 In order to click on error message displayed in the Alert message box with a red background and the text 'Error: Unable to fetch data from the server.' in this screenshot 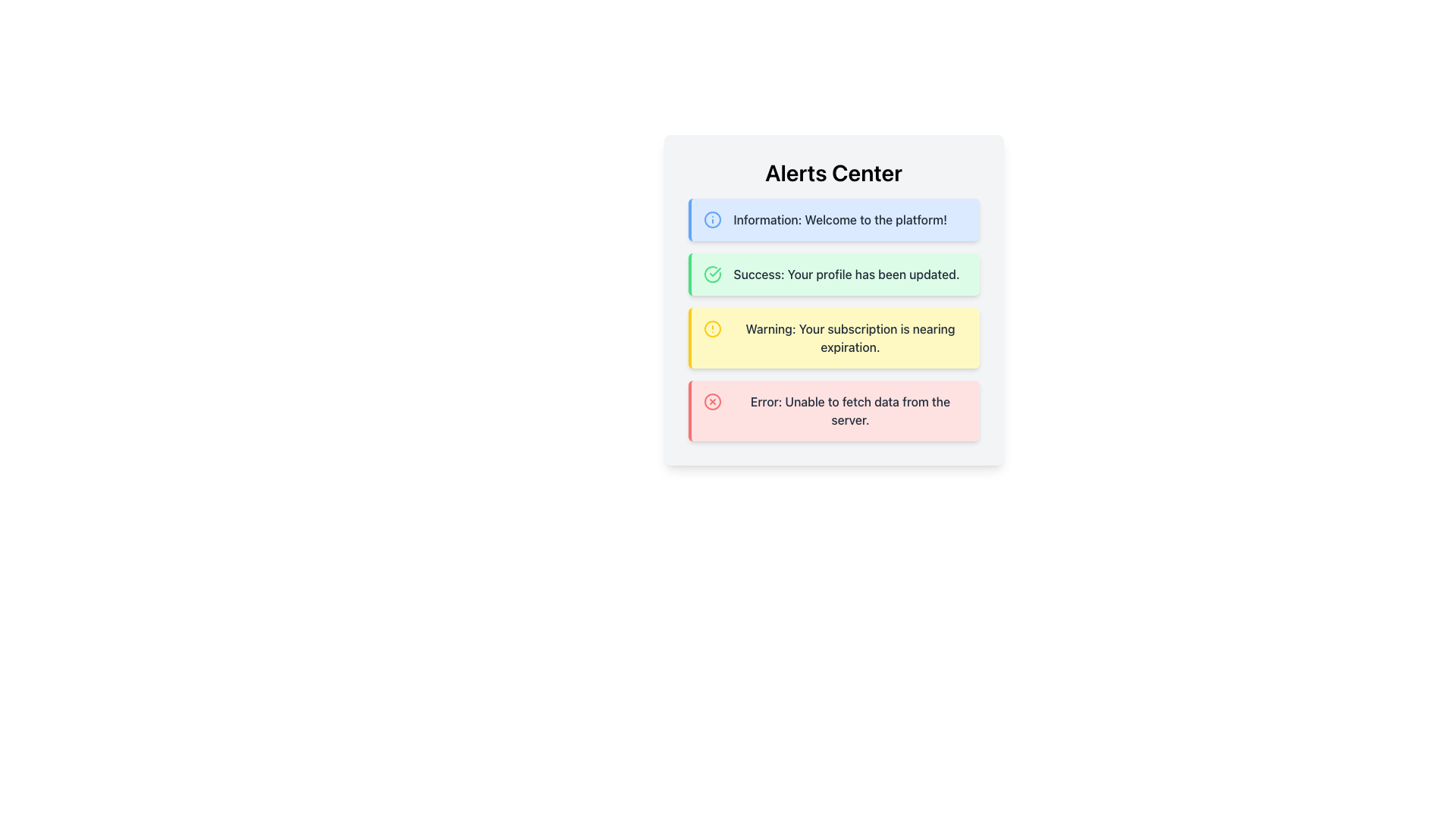, I will do `click(833, 411)`.